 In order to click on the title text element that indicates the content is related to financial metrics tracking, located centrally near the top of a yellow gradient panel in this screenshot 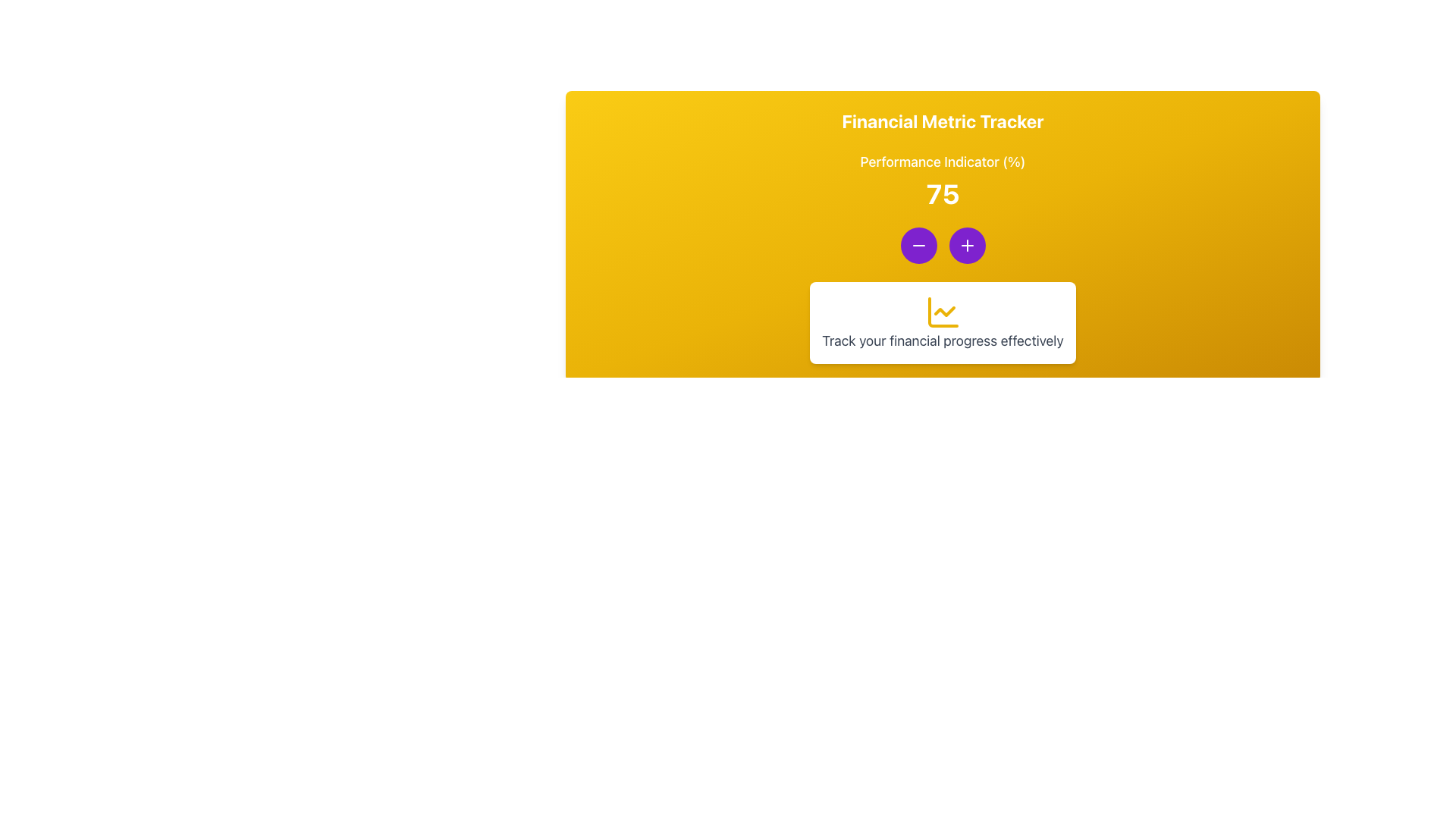, I will do `click(942, 120)`.